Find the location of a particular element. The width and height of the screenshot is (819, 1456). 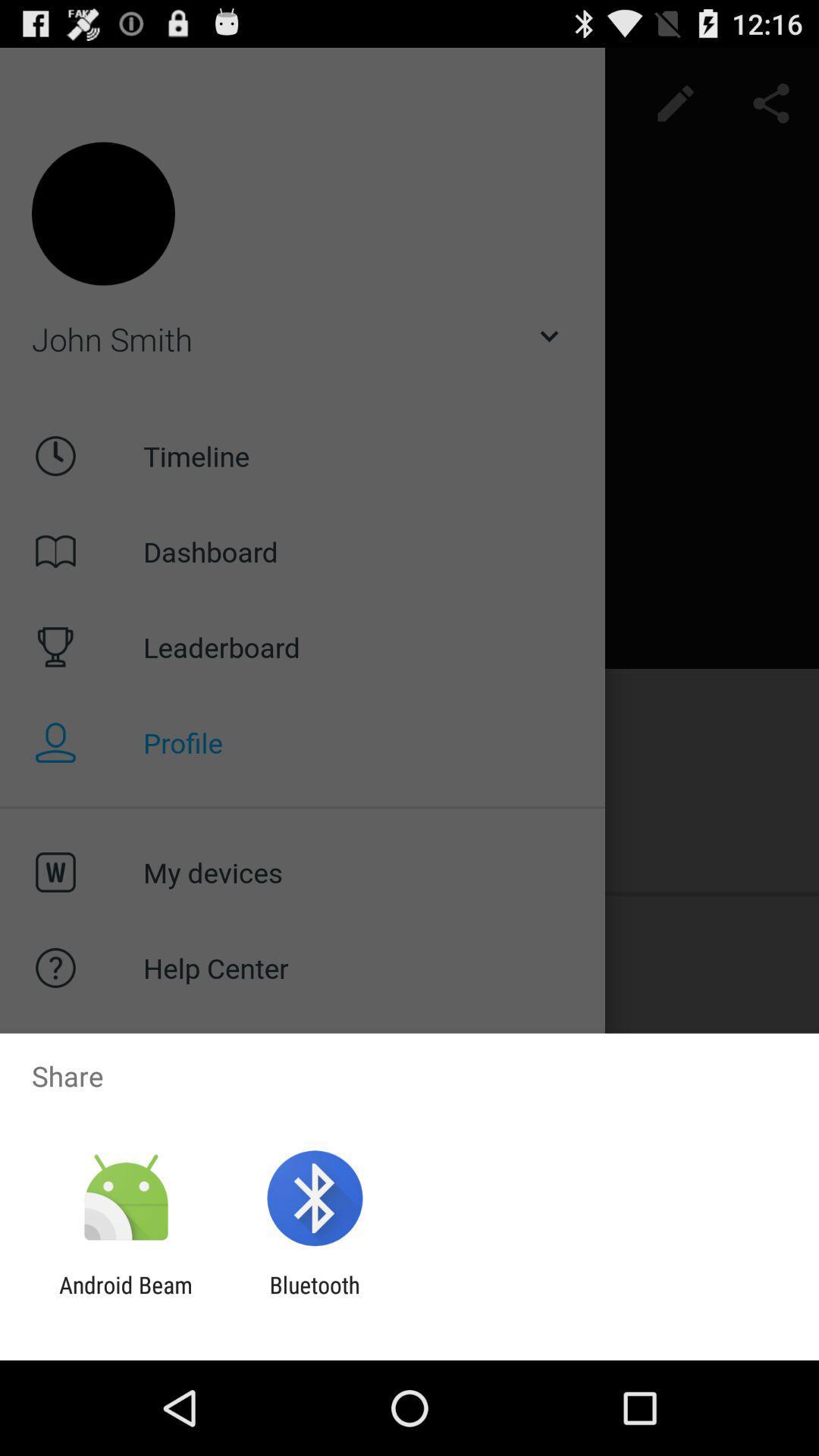

android beam app is located at coordinates (125, 1298).